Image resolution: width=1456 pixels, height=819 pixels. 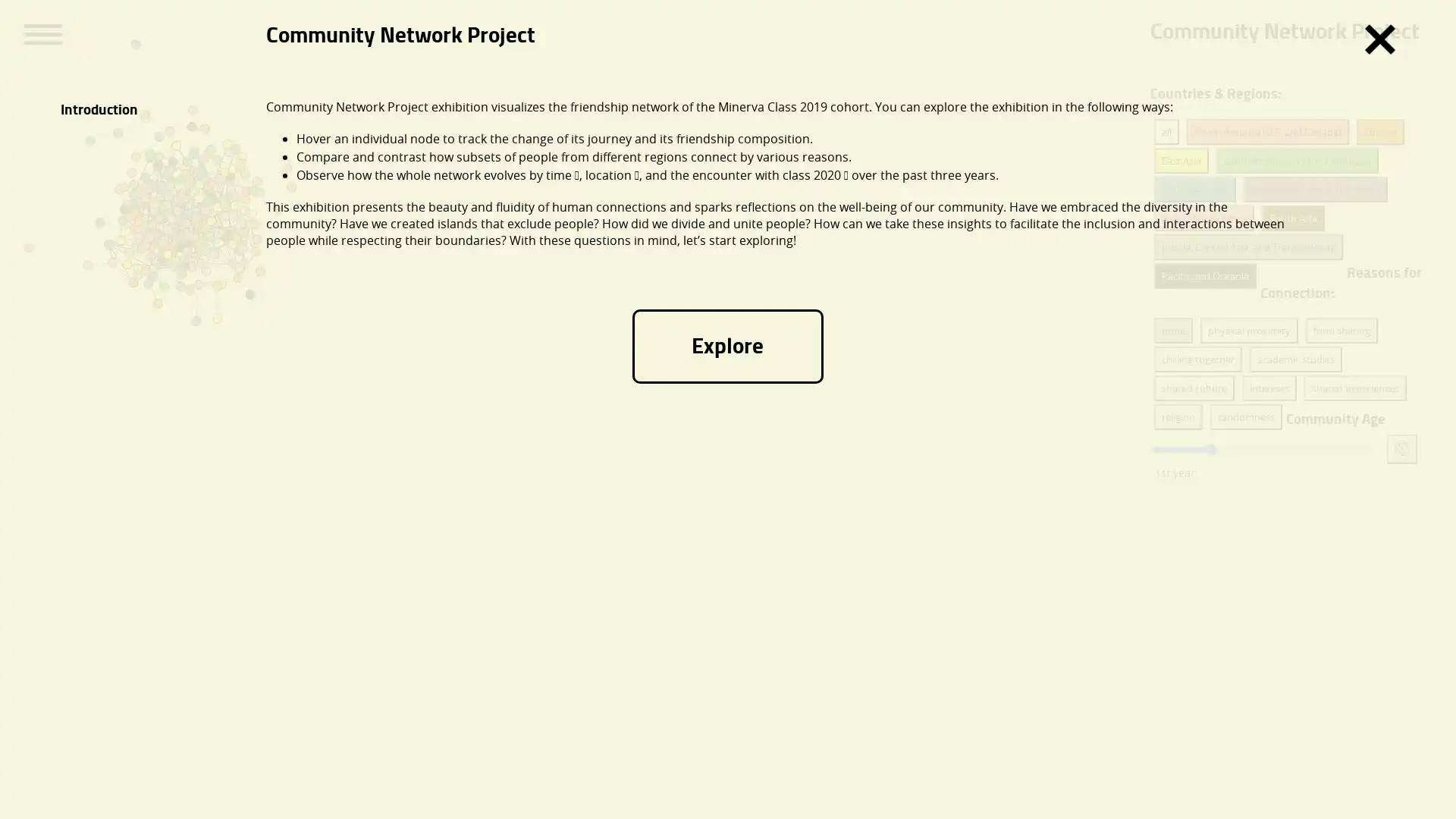 What do you see at coordinates (1294, 359) in the screenshot?
I see `academic studies` at bounding box center [1294, 359].